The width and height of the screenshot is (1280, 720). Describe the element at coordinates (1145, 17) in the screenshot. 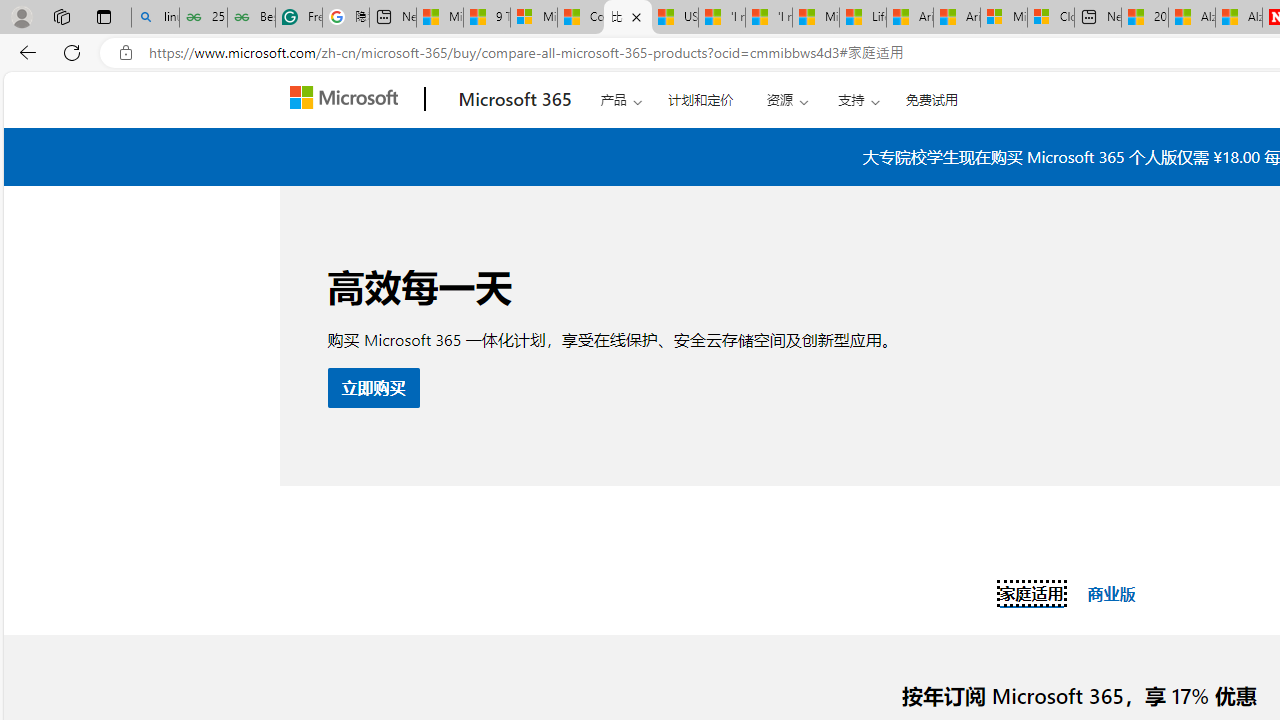

I see `'20 Ways to Boost Your Protein Intake at Every Meal'` at that location.